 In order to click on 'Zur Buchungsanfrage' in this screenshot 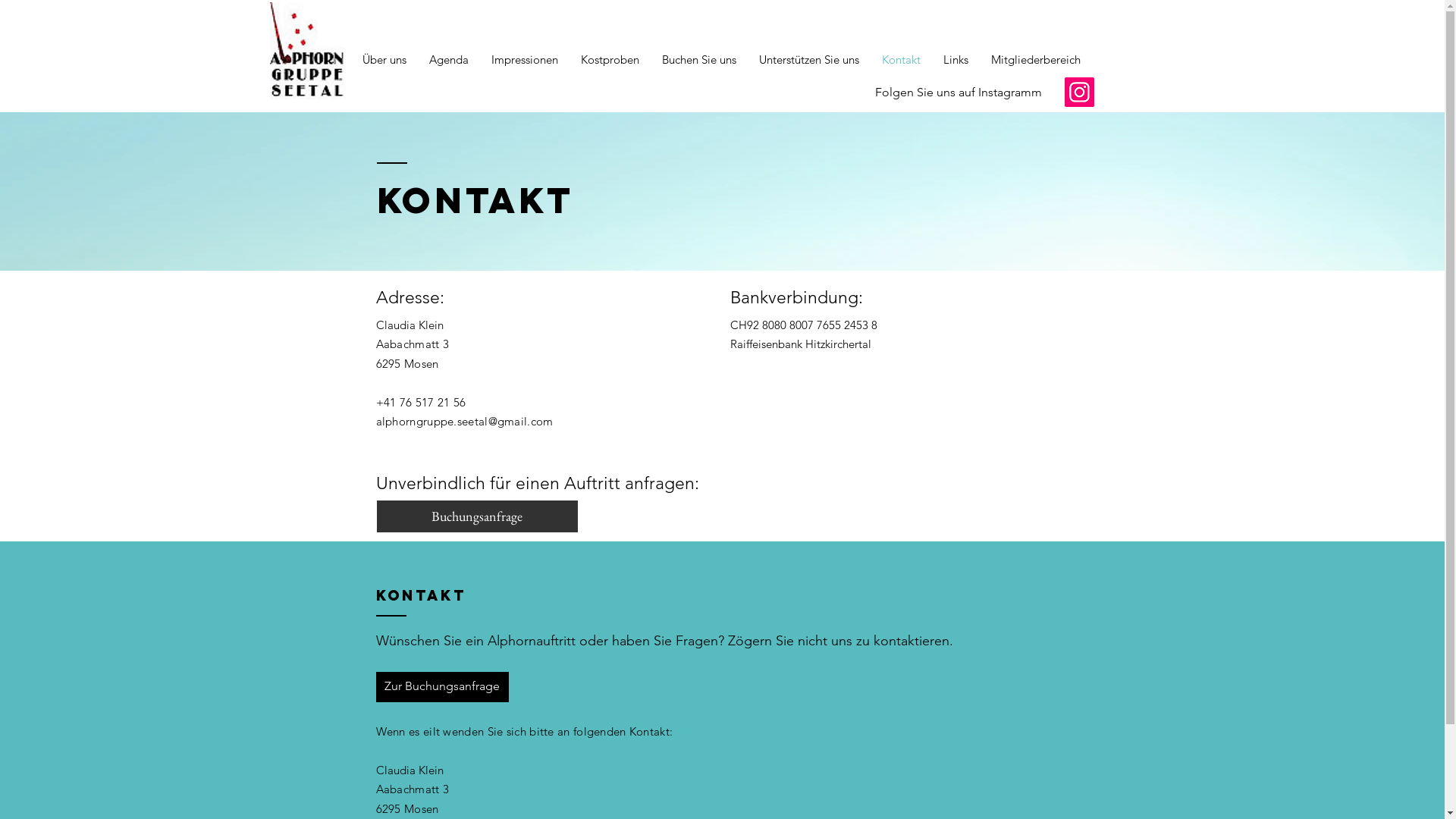, I will do `click(441, 687)`.